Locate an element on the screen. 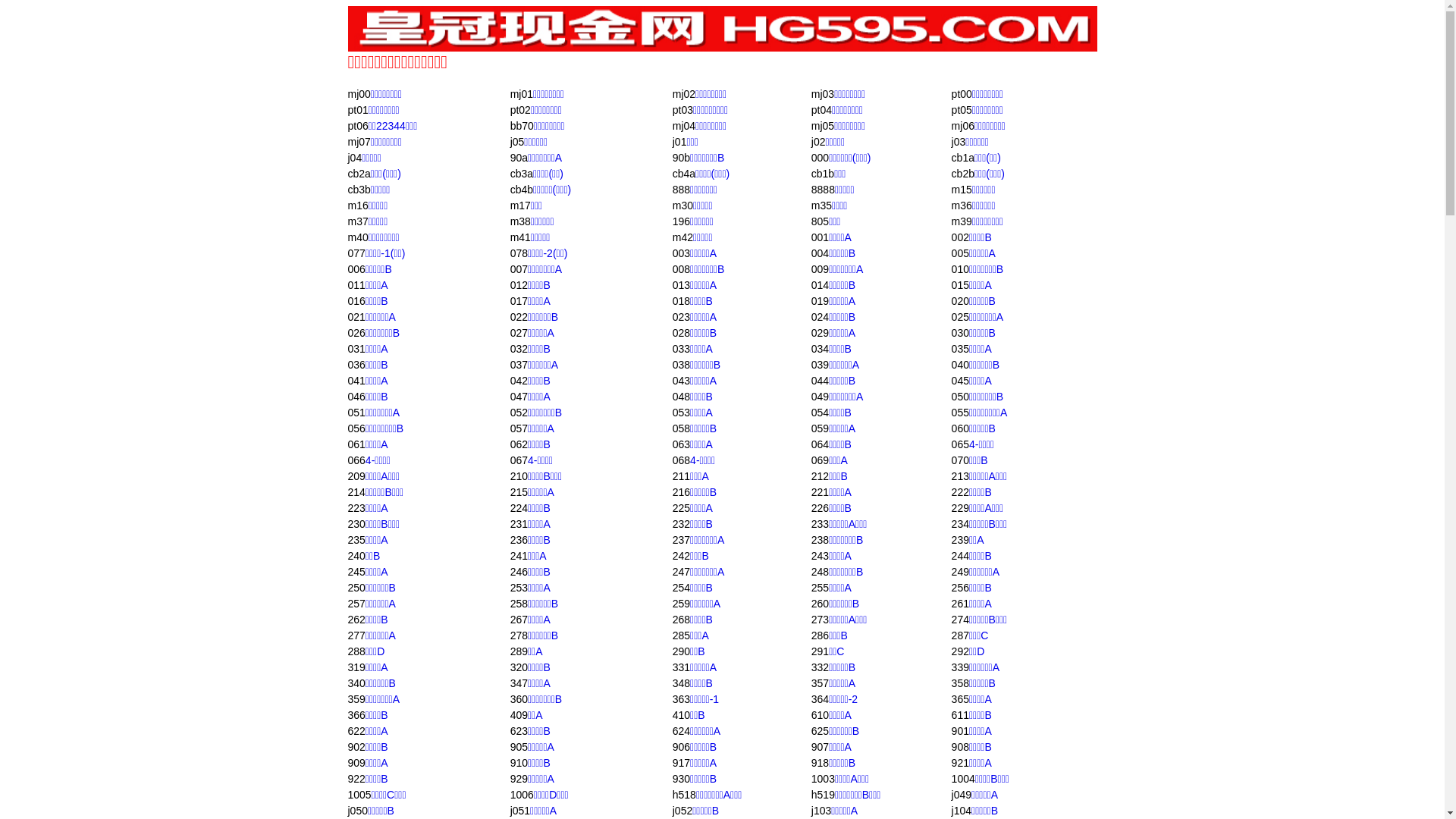 The height and width of the screenshot is (819, 1456). '268' is located at coordinates (672, 620).